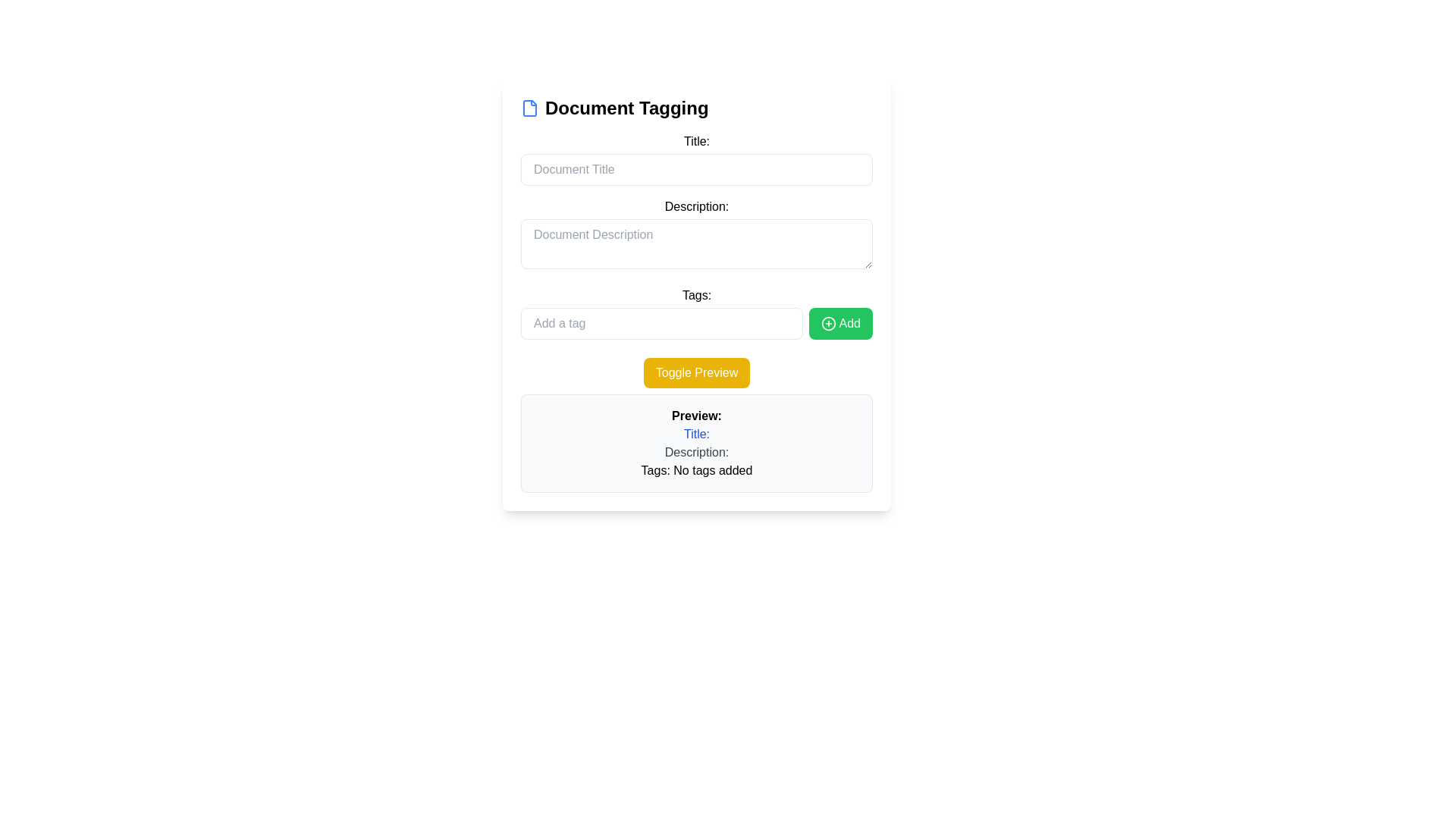 The image size is (1456, 819). Describe the element at coordinates (661, 323) in the screenshot. I see `the tag input field to focus it for user input, located near the middle of the interface in the 'Tags' section` at that location.